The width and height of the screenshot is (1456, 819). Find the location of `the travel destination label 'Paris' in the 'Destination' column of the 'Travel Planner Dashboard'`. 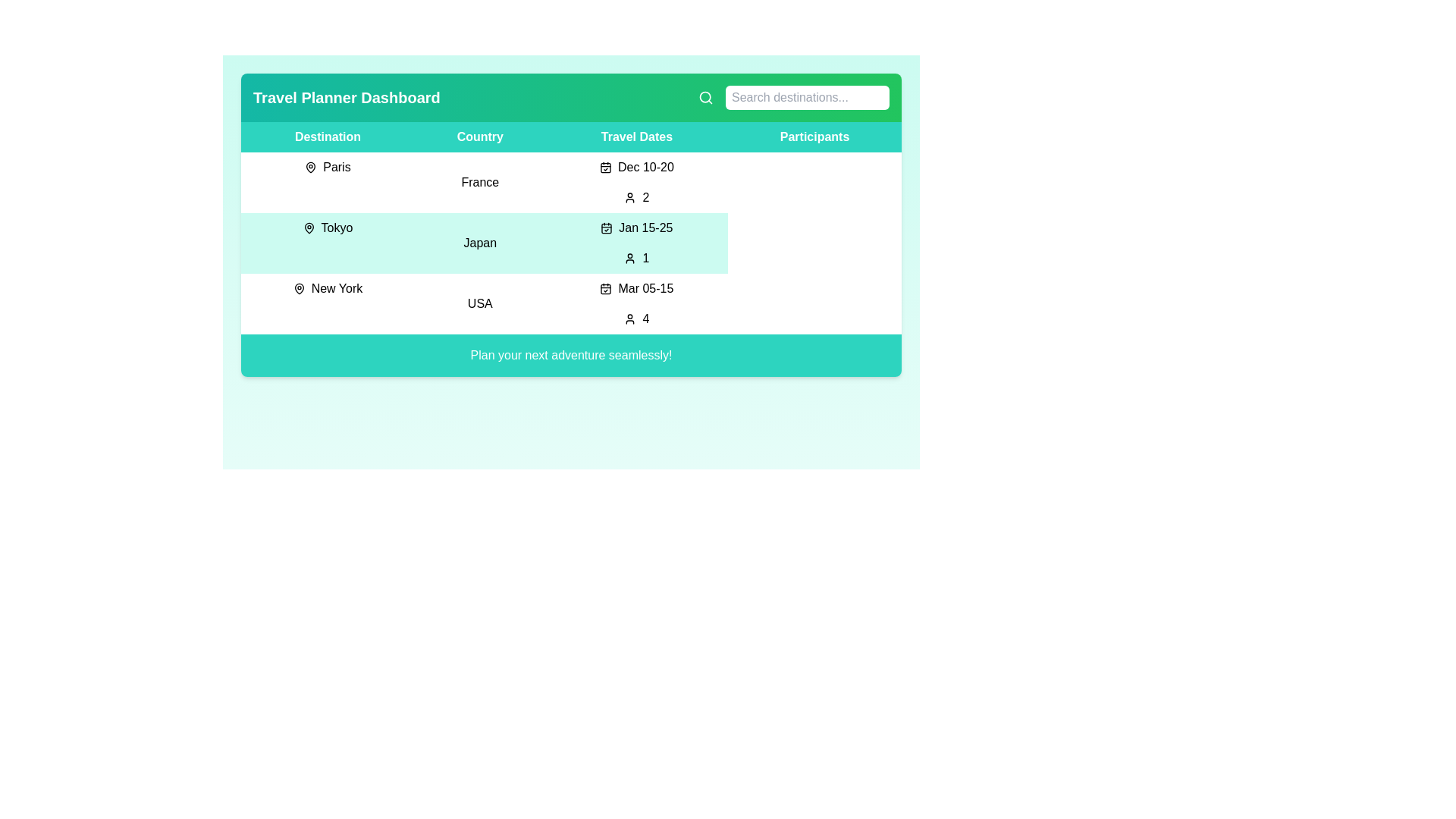

the travel destination label 'Paris' in the 'Destination' column of the 'Travel Planner Dashboard' is located at coordinates (327, 167).